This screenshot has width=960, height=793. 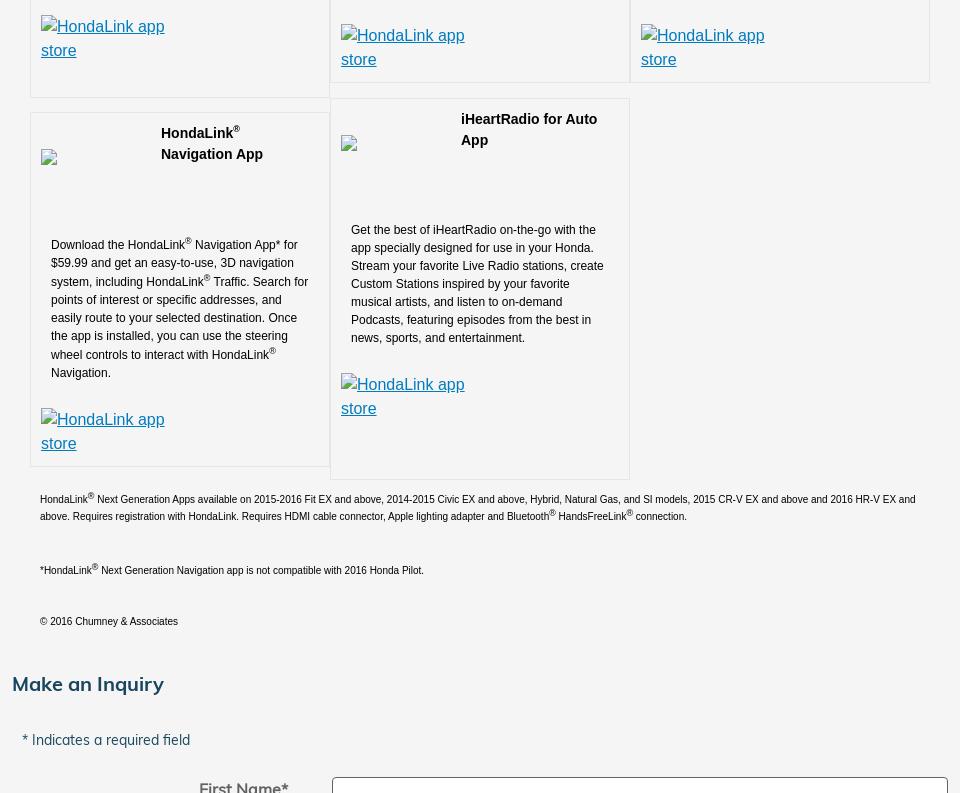 What do you see at coordinates (81, 370) in the screenshot?
I see `'Navigation.'` at bounding box center [81, 370].